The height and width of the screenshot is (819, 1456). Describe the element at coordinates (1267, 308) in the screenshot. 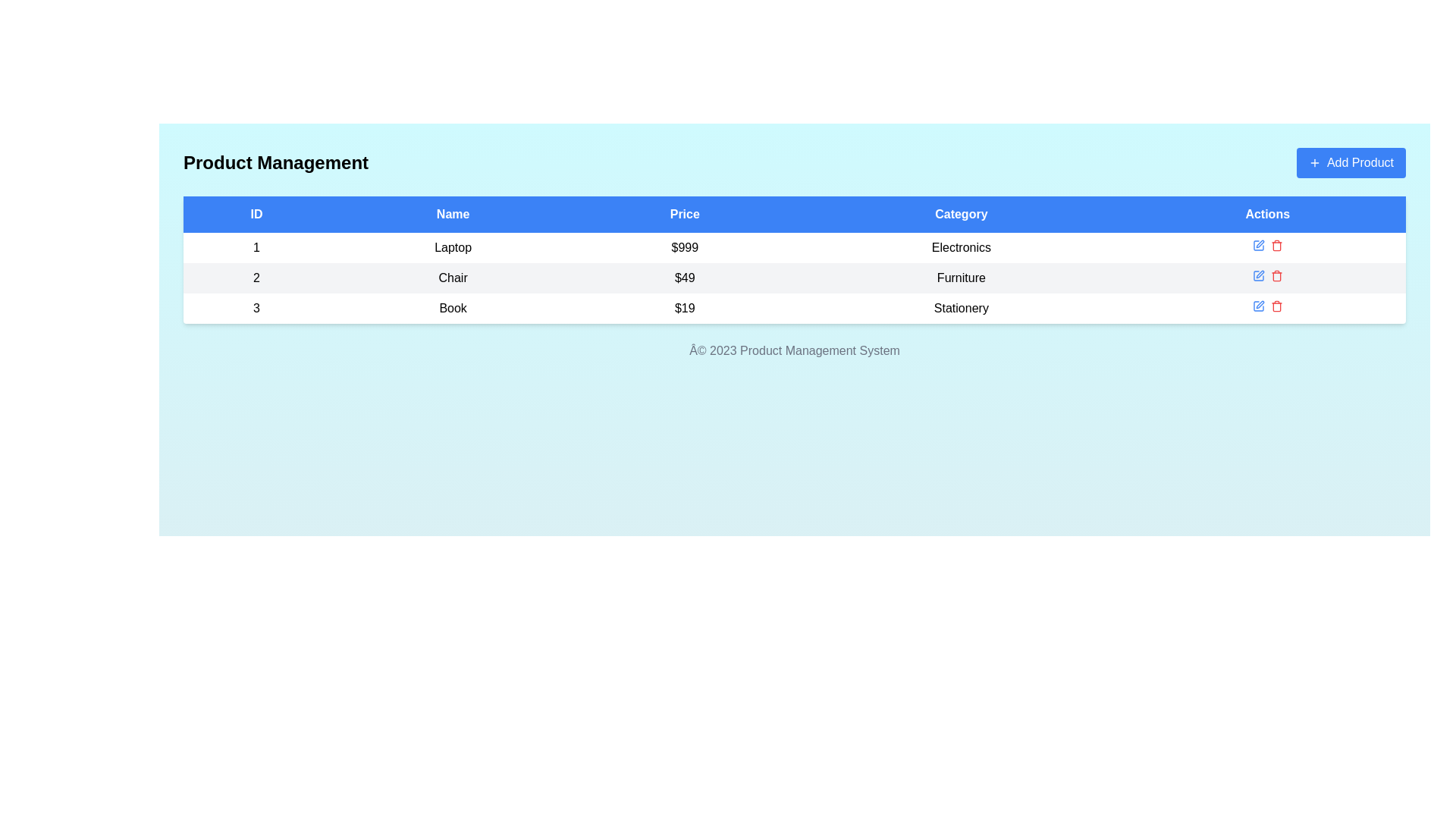

I see `the Action Buttons Group, which includes a blue pencil icon (edit) and a red trash icon (delete) in the rightmost cell of the third row under the 'Actions' header` at that location.